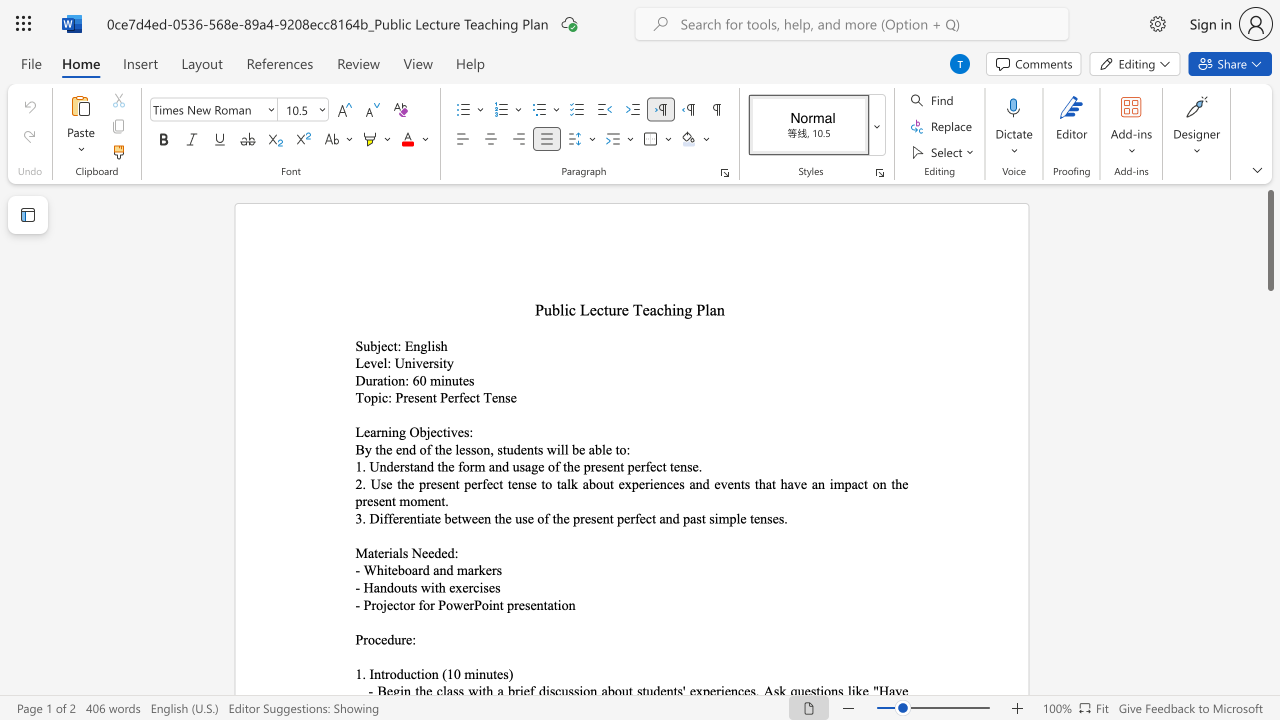  I want to click on the space between the continuous character "e" and "e" in the text, so click(427, 553).